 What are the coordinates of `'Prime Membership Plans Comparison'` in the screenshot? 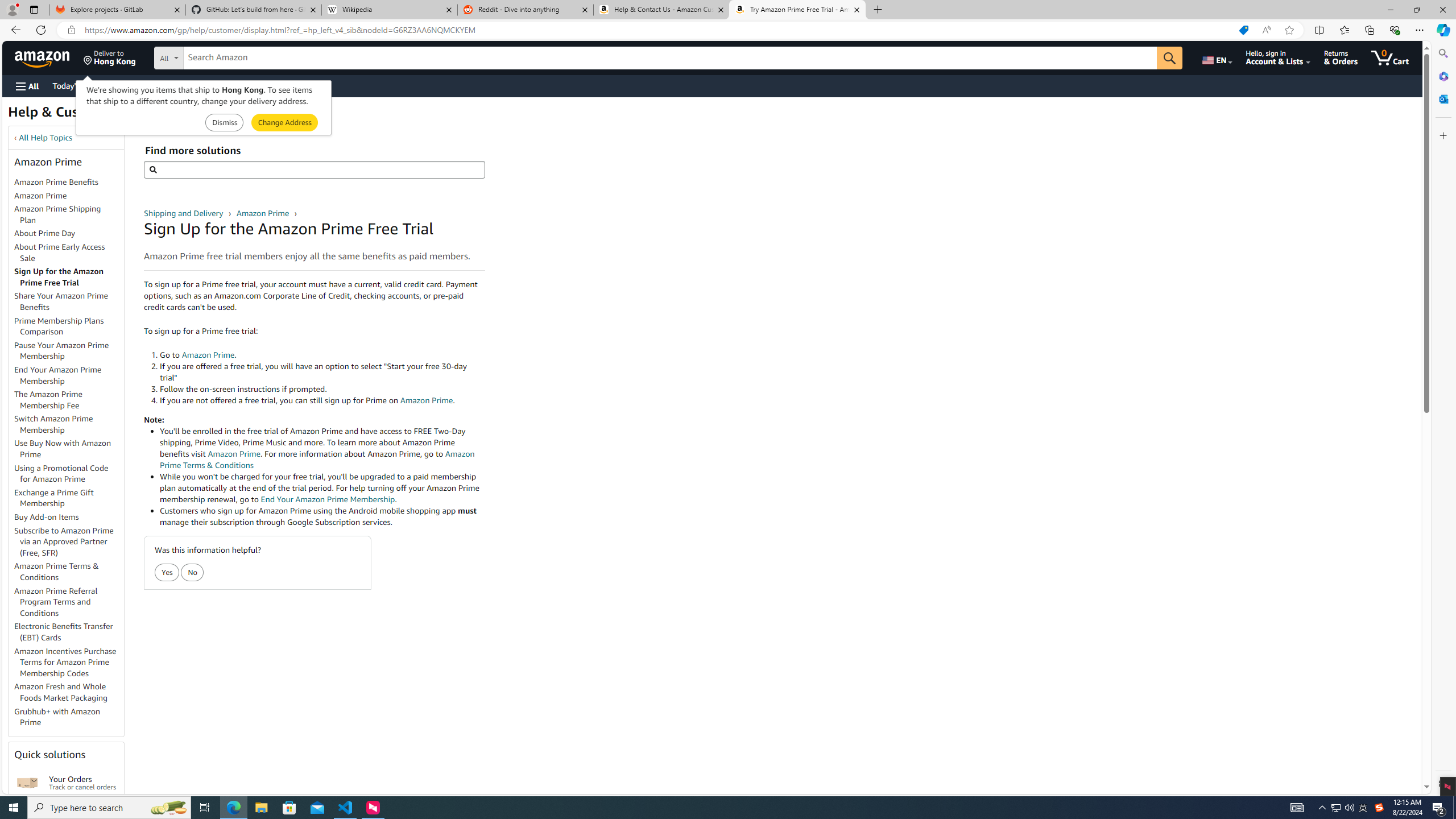 It's located at (69, 325).